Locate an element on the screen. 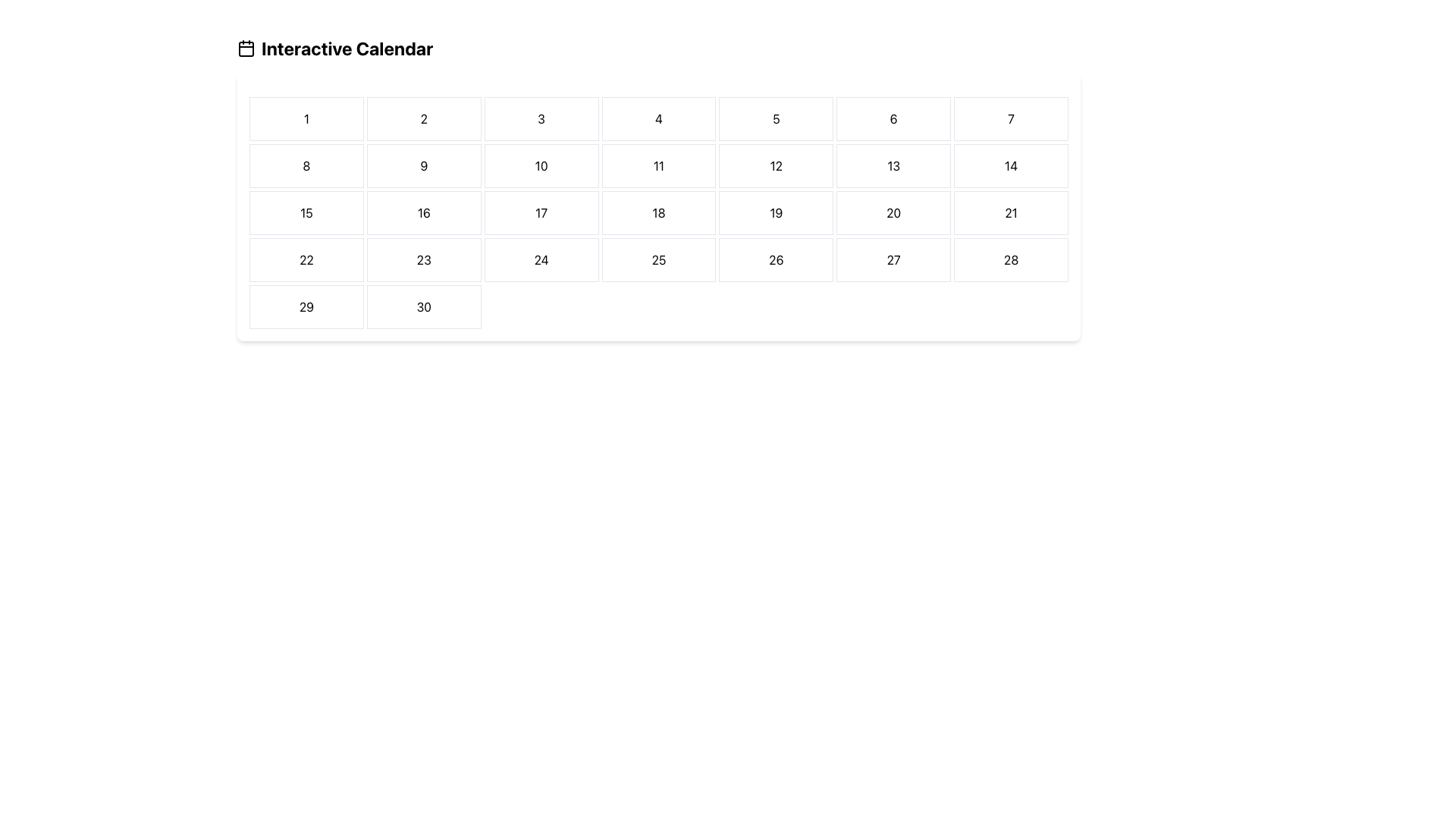 The height and width of the screenshot is (819, 1456). the interactive box containing the text '15' is located at coordinates (306, 213).